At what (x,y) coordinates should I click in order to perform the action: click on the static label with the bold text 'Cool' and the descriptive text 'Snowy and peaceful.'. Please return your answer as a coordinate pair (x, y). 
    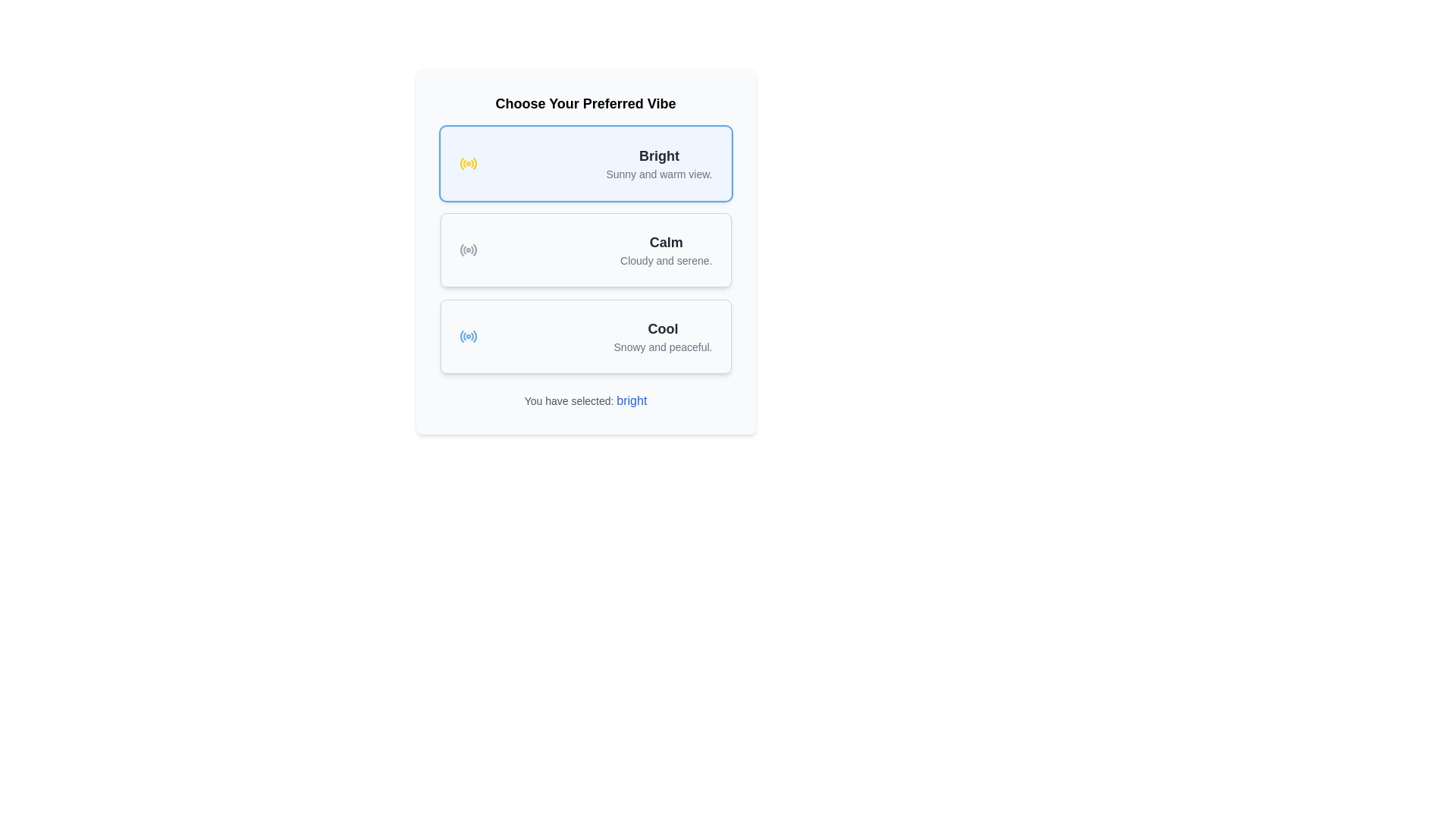
    Looking at the image, I should click on (663, 335).